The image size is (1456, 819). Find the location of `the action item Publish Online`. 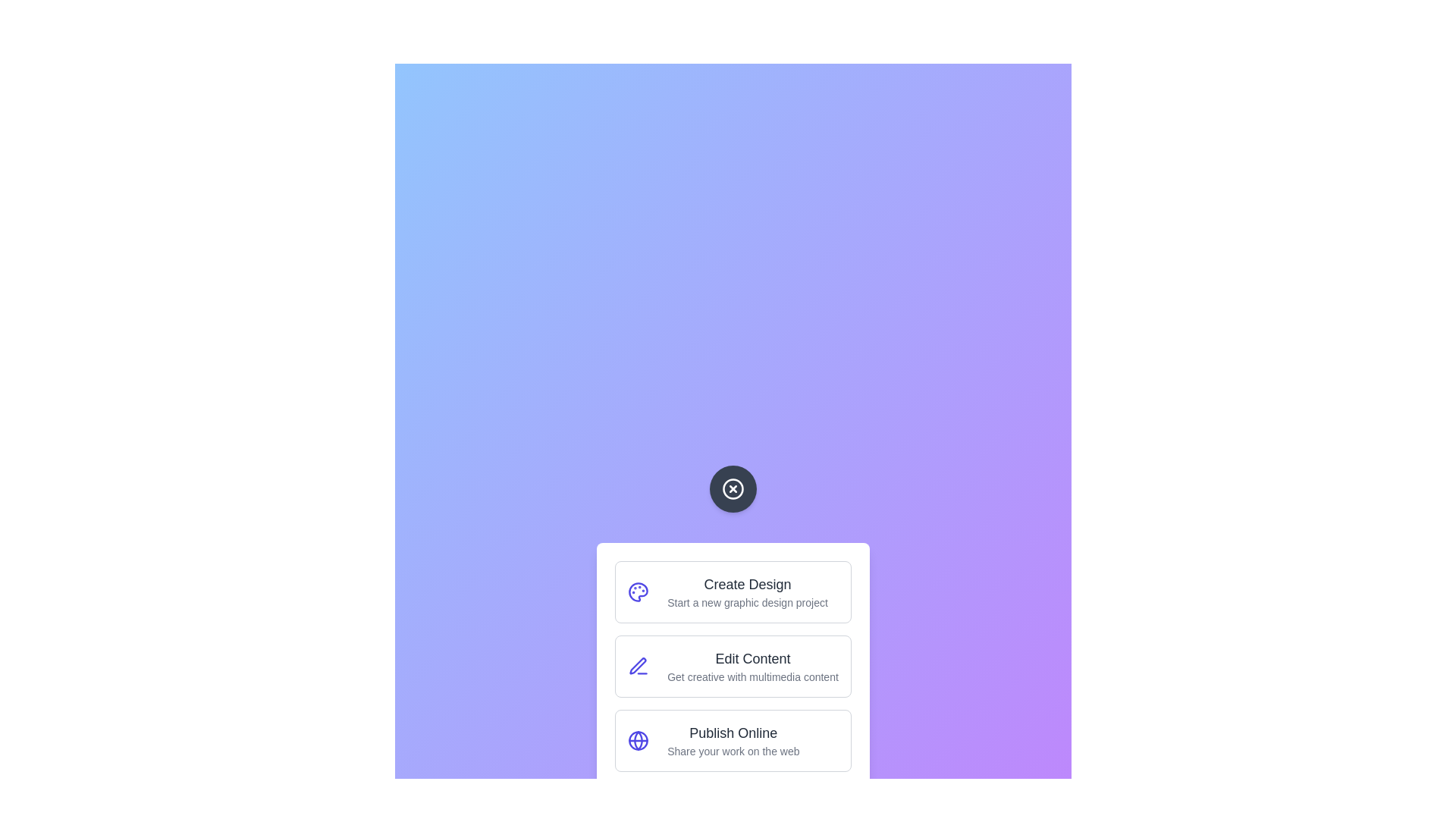

the action item Publish Online is located at coordinates (733, 739).